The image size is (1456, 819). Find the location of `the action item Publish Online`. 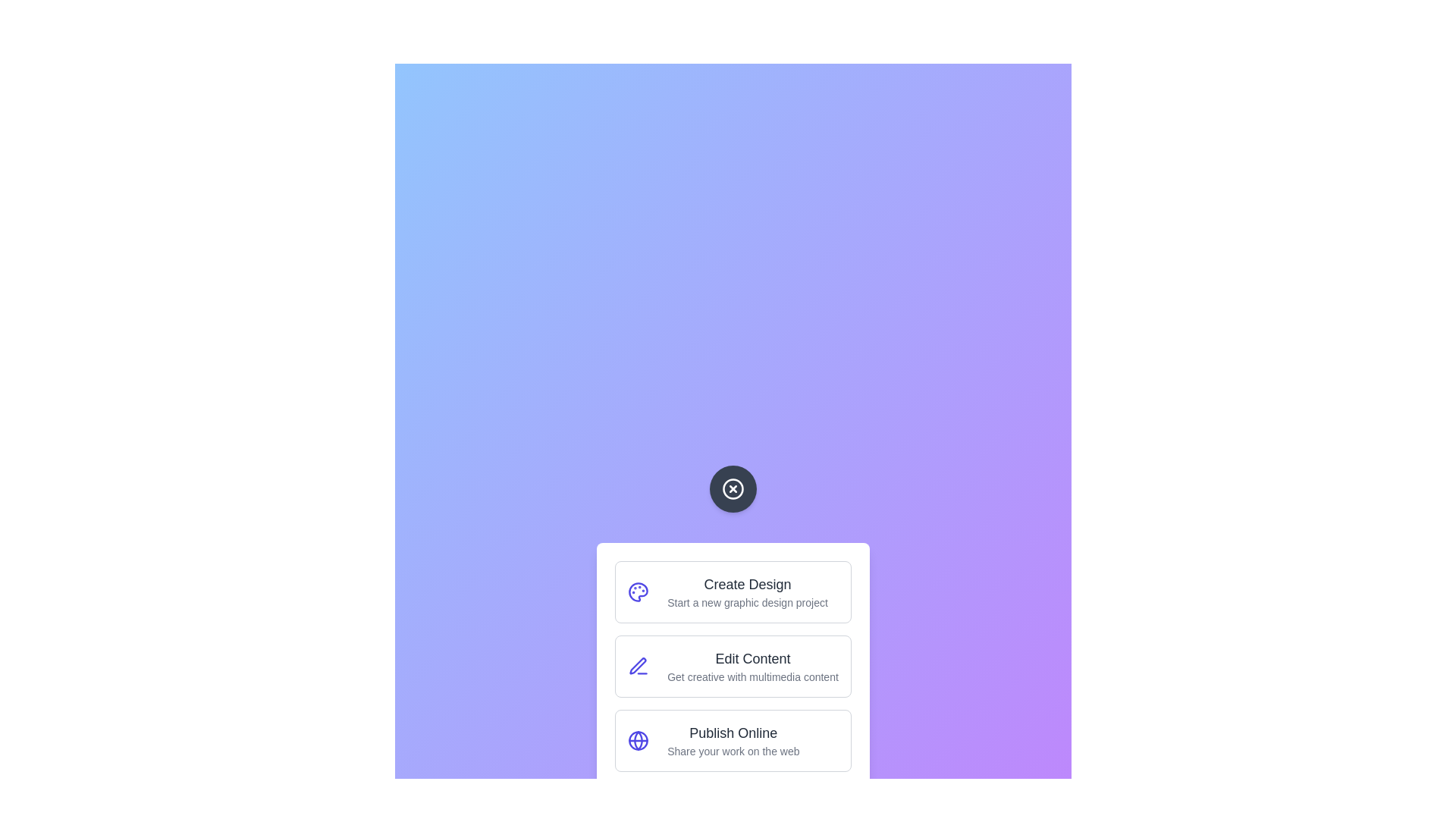

the action item Publish Online is located at coordinates (733, 739).